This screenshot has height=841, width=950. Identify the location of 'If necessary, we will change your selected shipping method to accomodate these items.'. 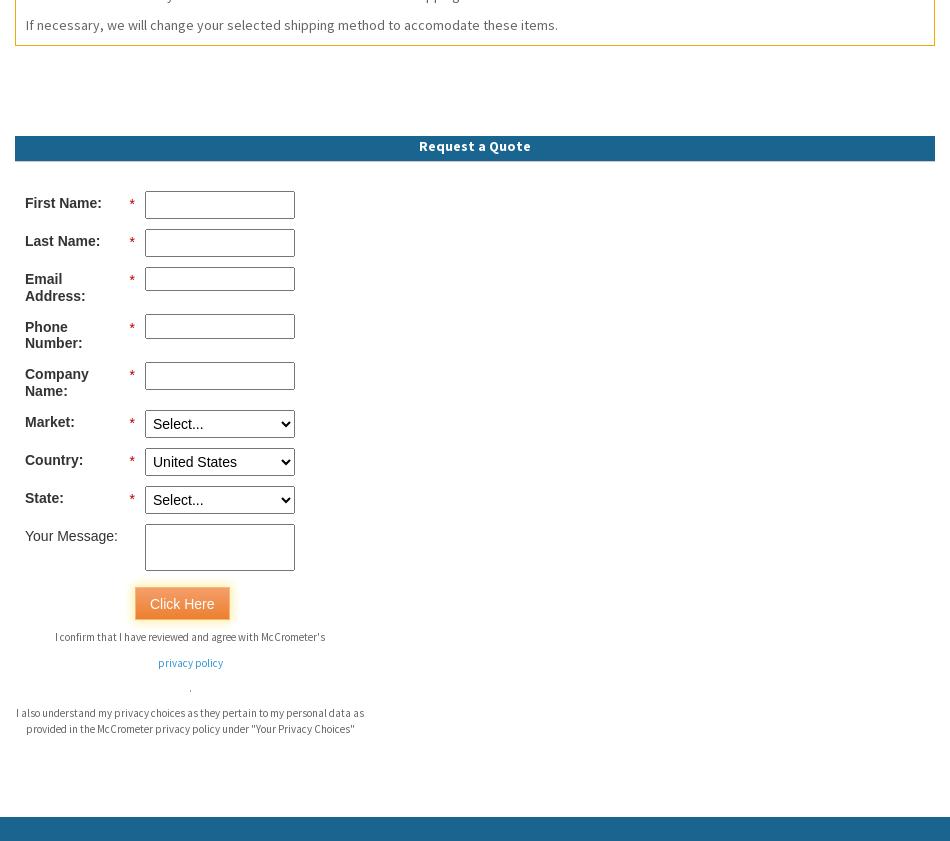
(291, 22).